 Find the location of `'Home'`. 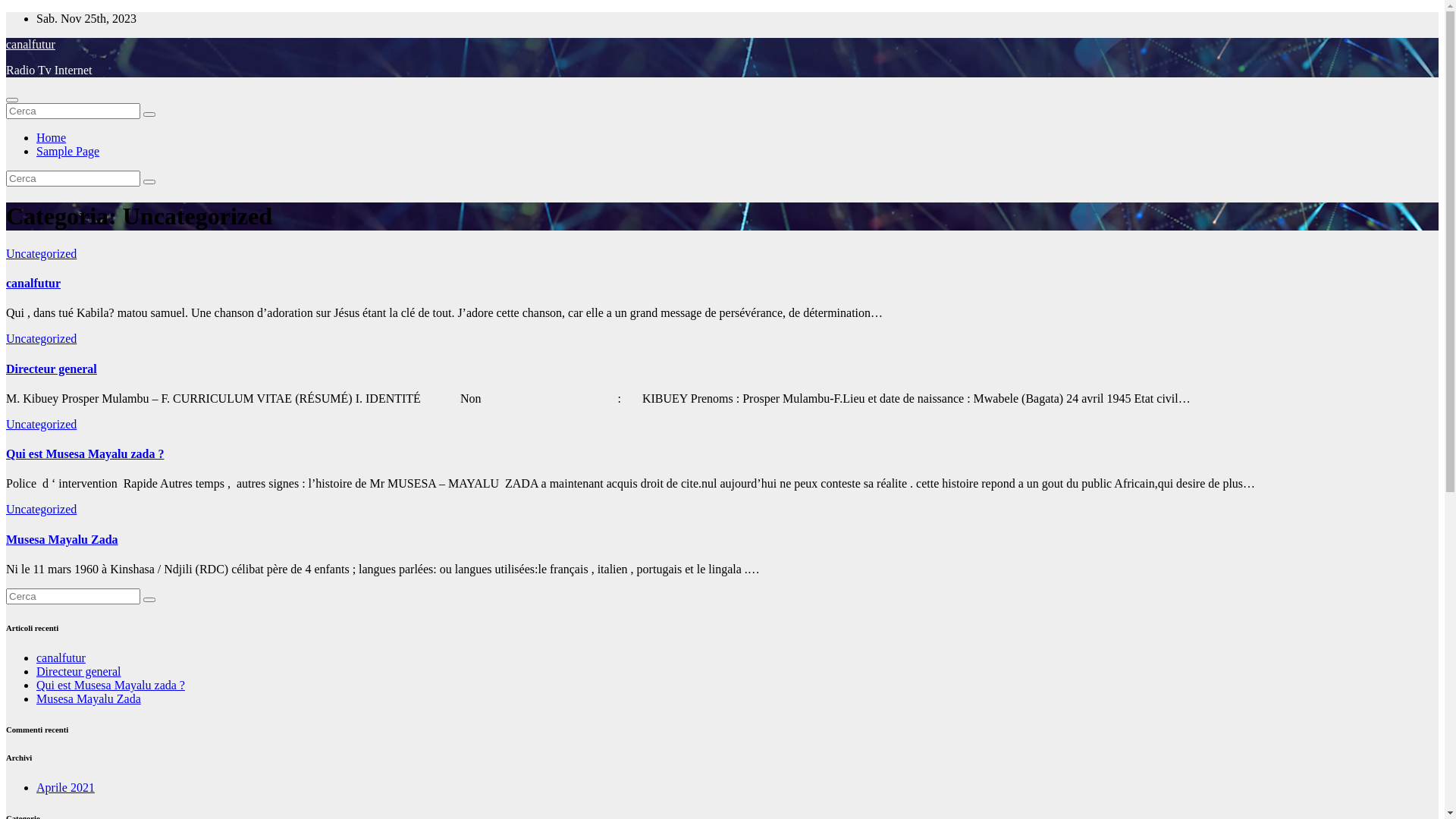

'Home' is located at coordinates (51, 137).